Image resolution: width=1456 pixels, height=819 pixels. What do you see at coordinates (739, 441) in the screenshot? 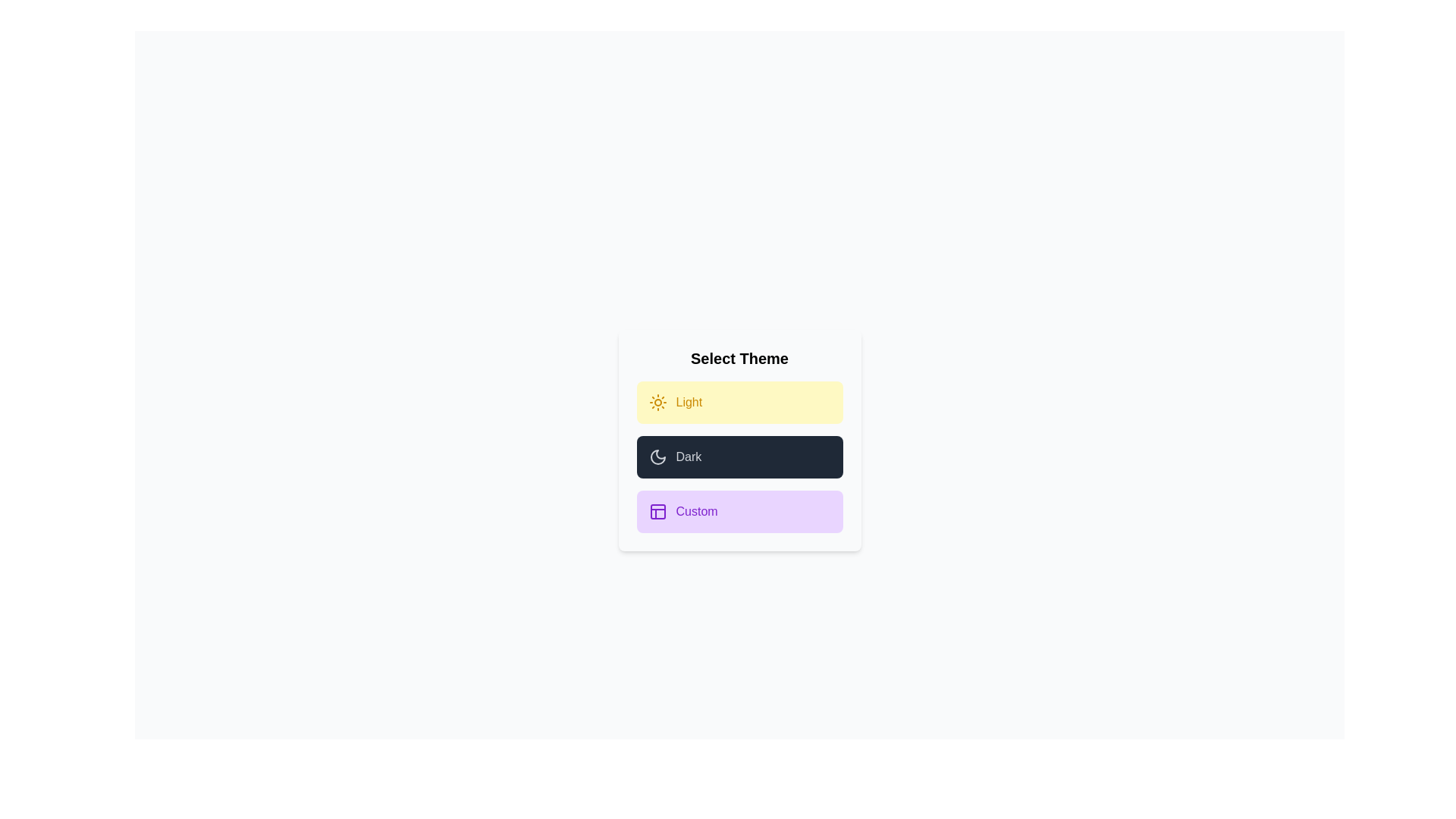
I see `the 'Dark' button, which is a dark-themed button with the text 'Dark' in light font and a crescent moon icon, located in the center of the dialog box` at bounding box center [739, 441].